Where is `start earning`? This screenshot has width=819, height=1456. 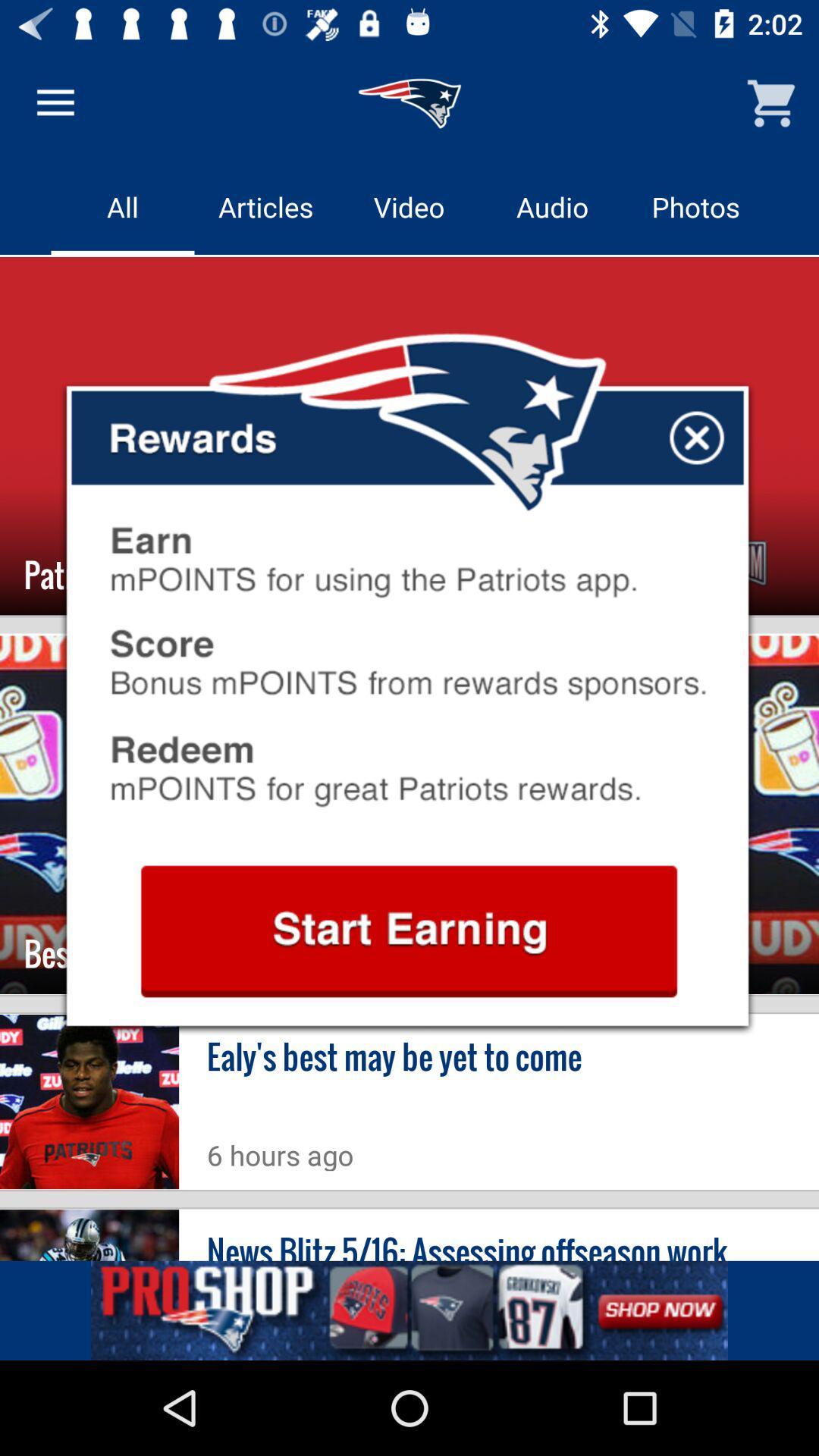
start earning is located at coordinates (408, 930).